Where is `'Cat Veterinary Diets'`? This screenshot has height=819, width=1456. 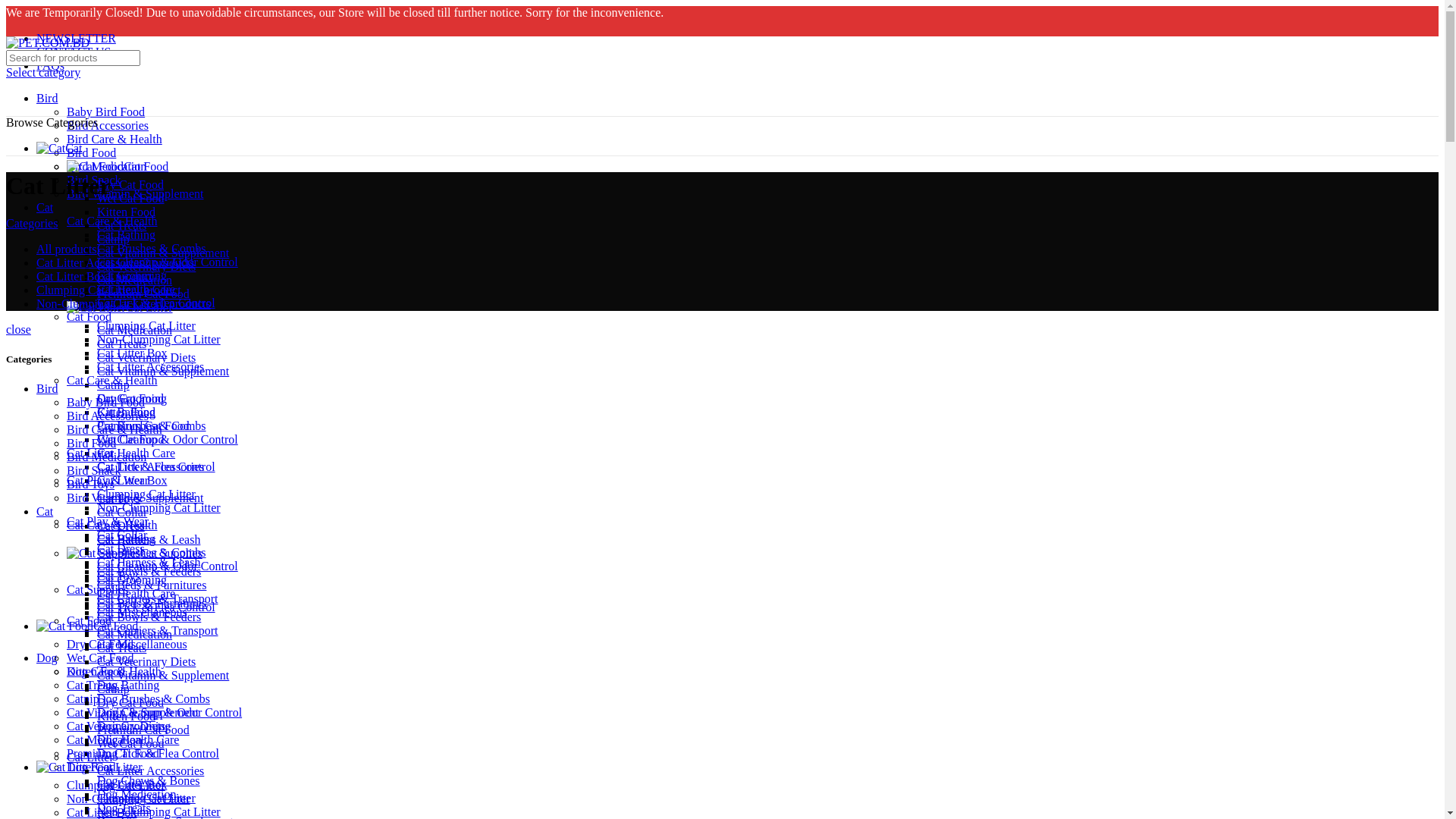
'Cat Veterinary Diets' is located at coordinates (146, 357).